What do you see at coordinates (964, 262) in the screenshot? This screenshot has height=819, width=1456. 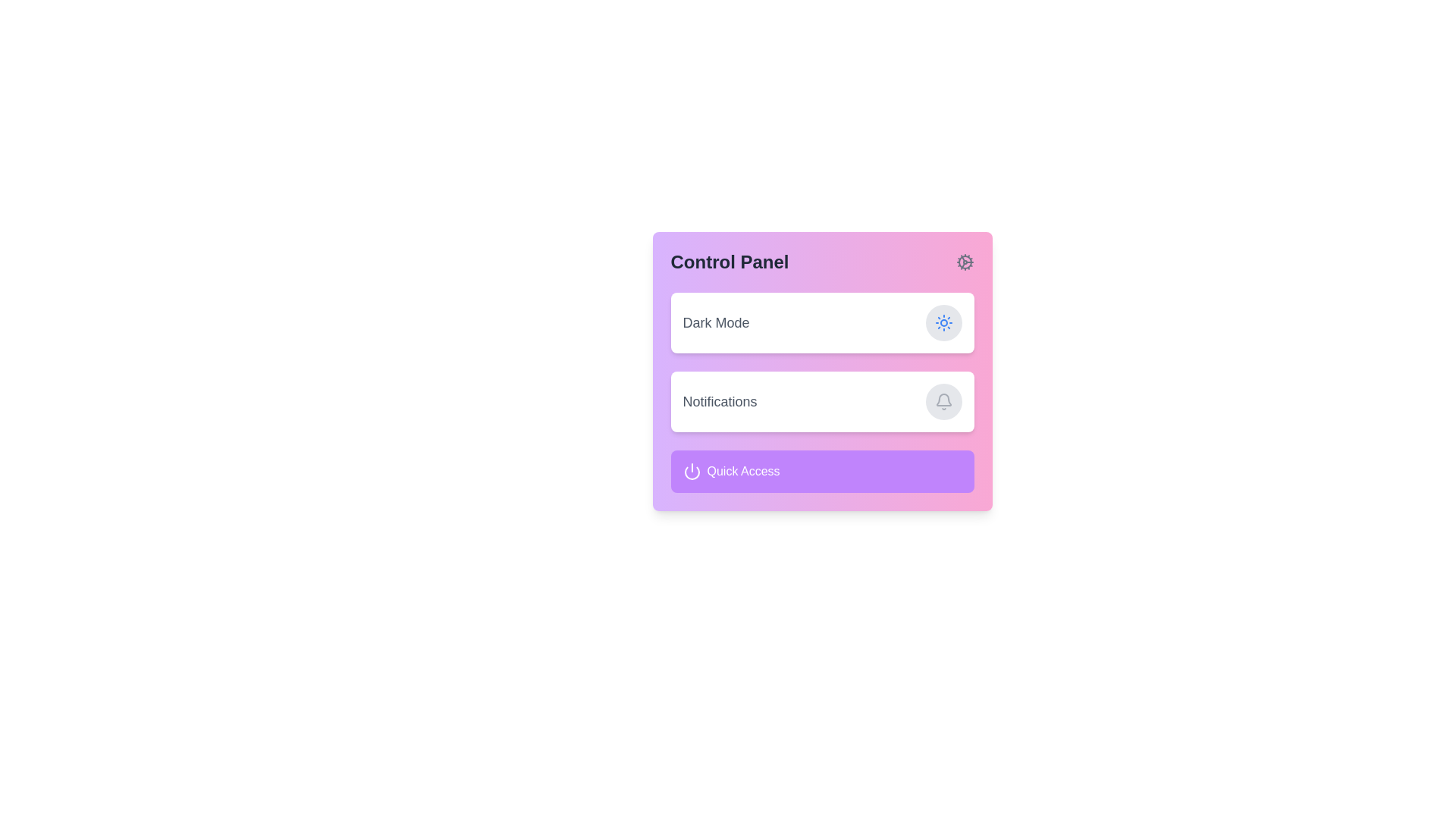 I see `the settings icon located in the top-right corner of the 'Control Panel' section` at bounding box center [964, 262].